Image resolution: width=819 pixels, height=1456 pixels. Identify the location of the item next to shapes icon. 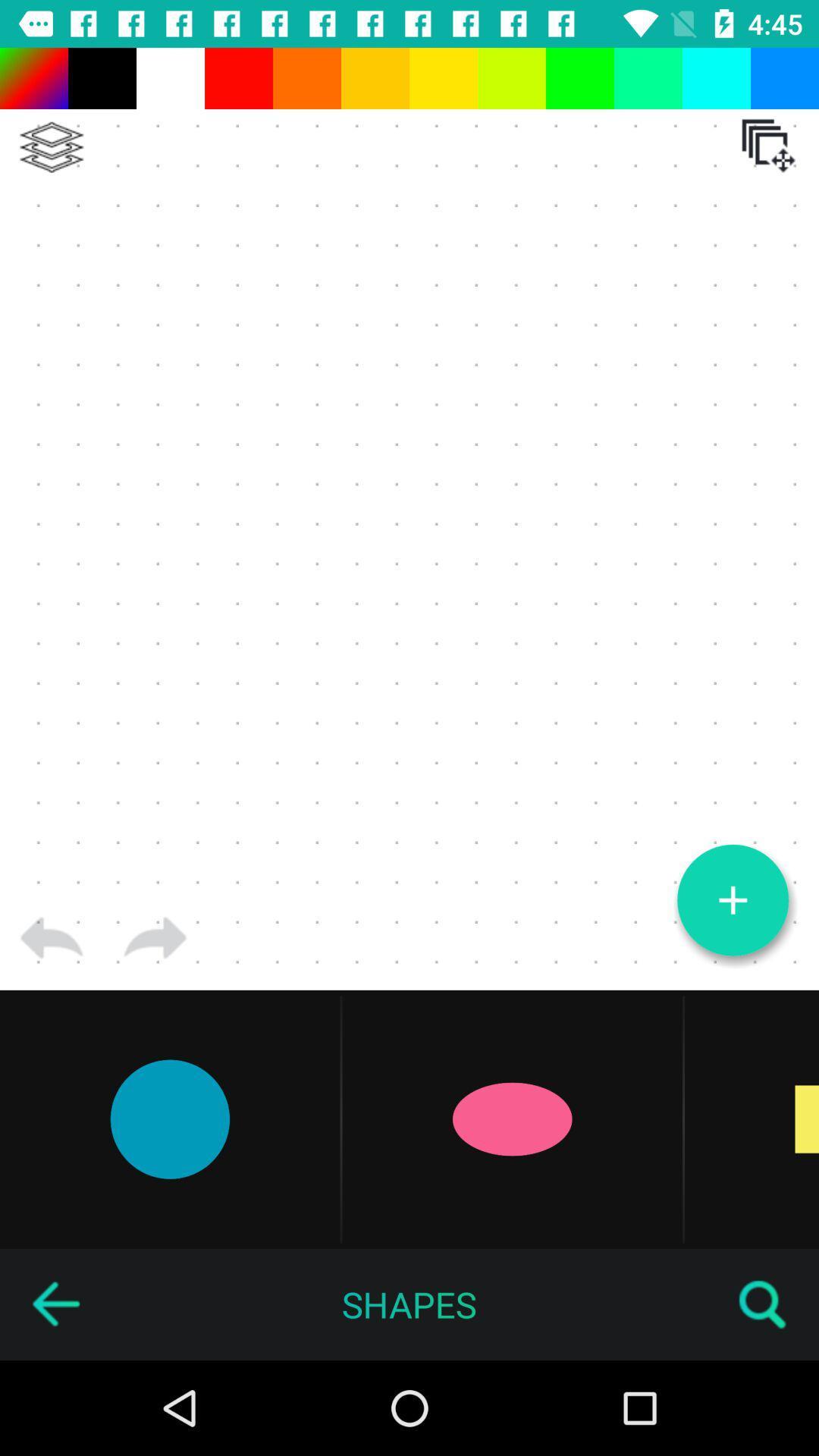
(55, 1304).